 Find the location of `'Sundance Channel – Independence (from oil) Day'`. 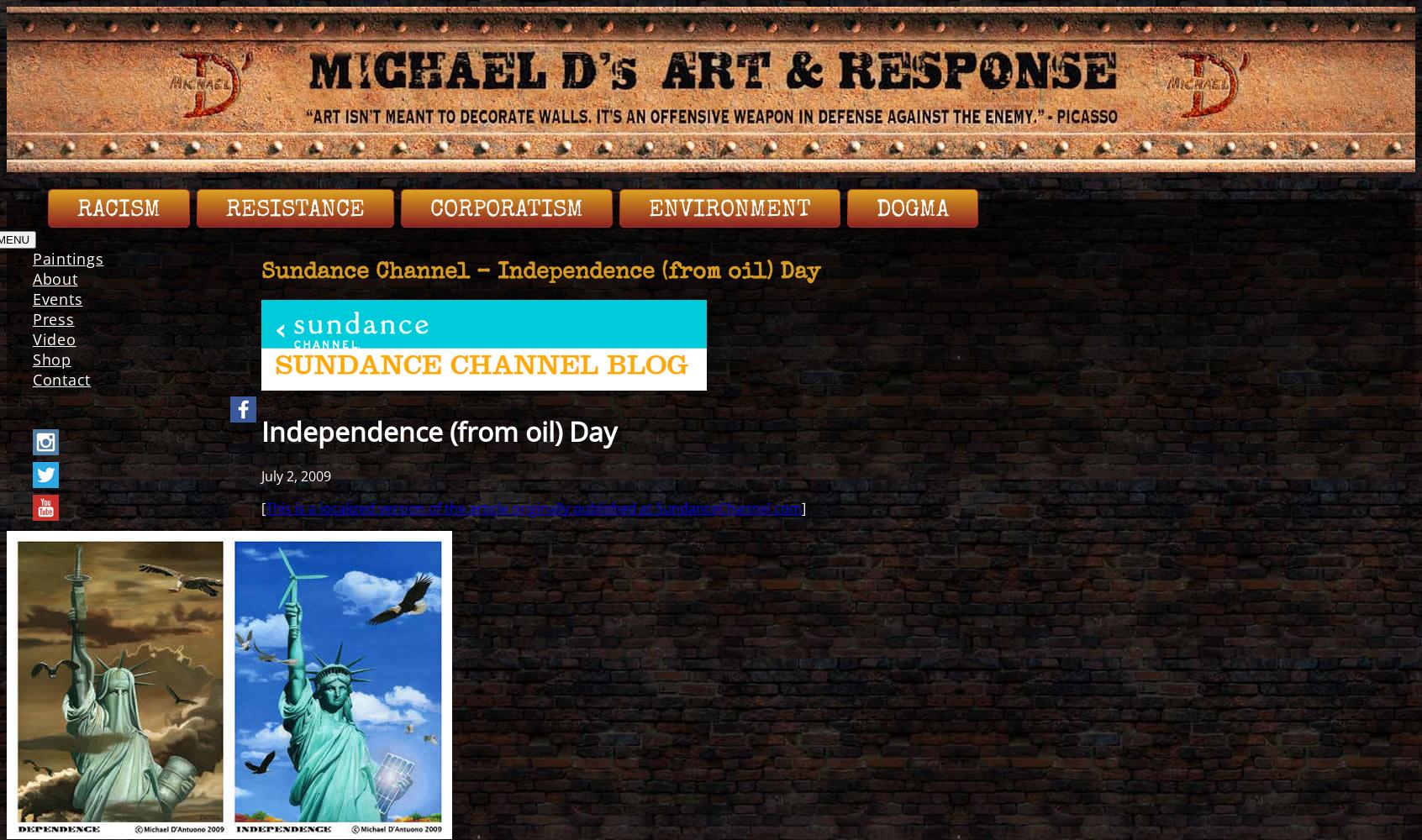

'Sundance Channel – Independence (from oil) Day' is located at coordinates (540, 272).